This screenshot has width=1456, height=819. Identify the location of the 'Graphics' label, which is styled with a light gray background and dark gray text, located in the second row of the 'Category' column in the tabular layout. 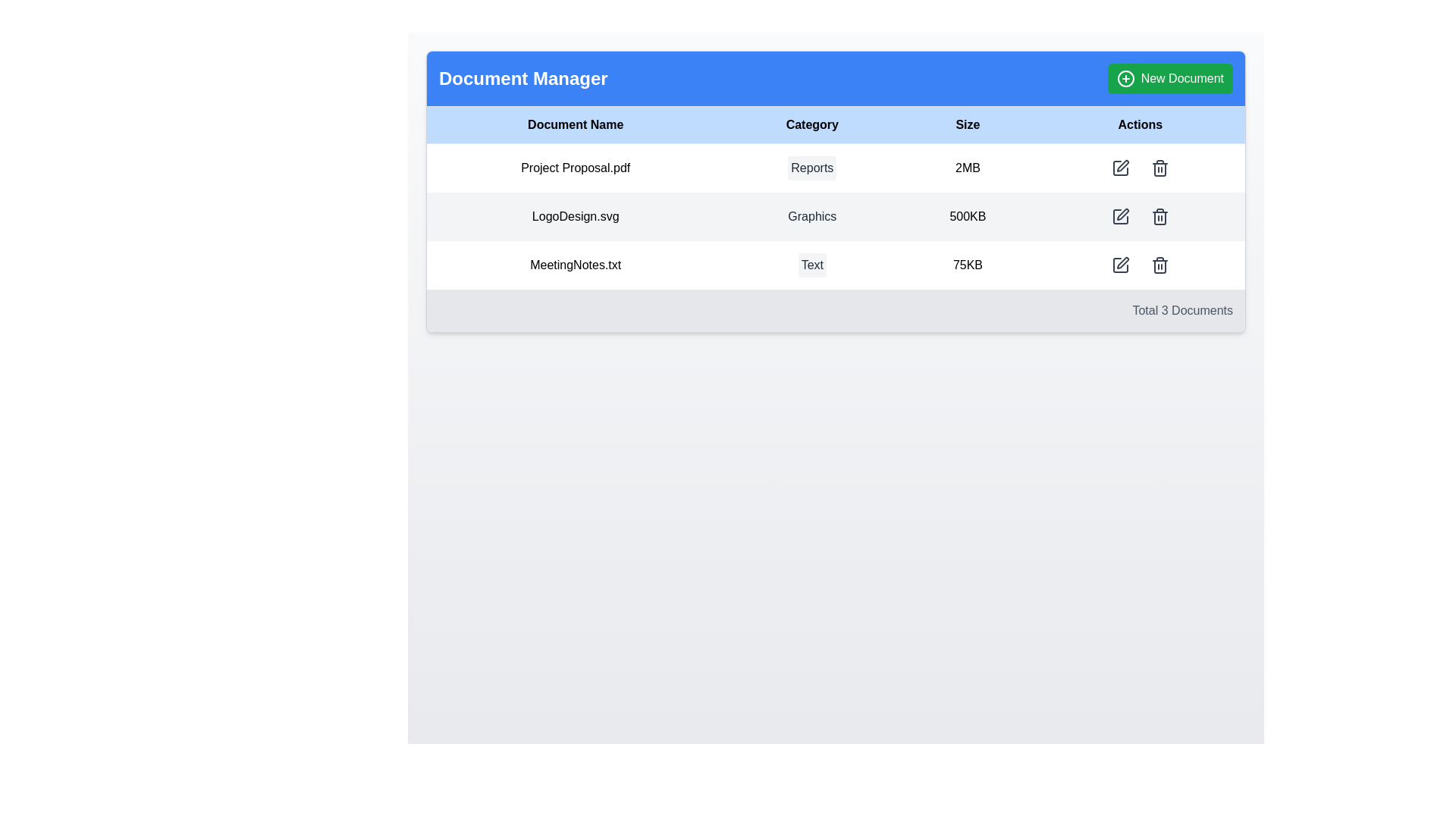
(811, 216).